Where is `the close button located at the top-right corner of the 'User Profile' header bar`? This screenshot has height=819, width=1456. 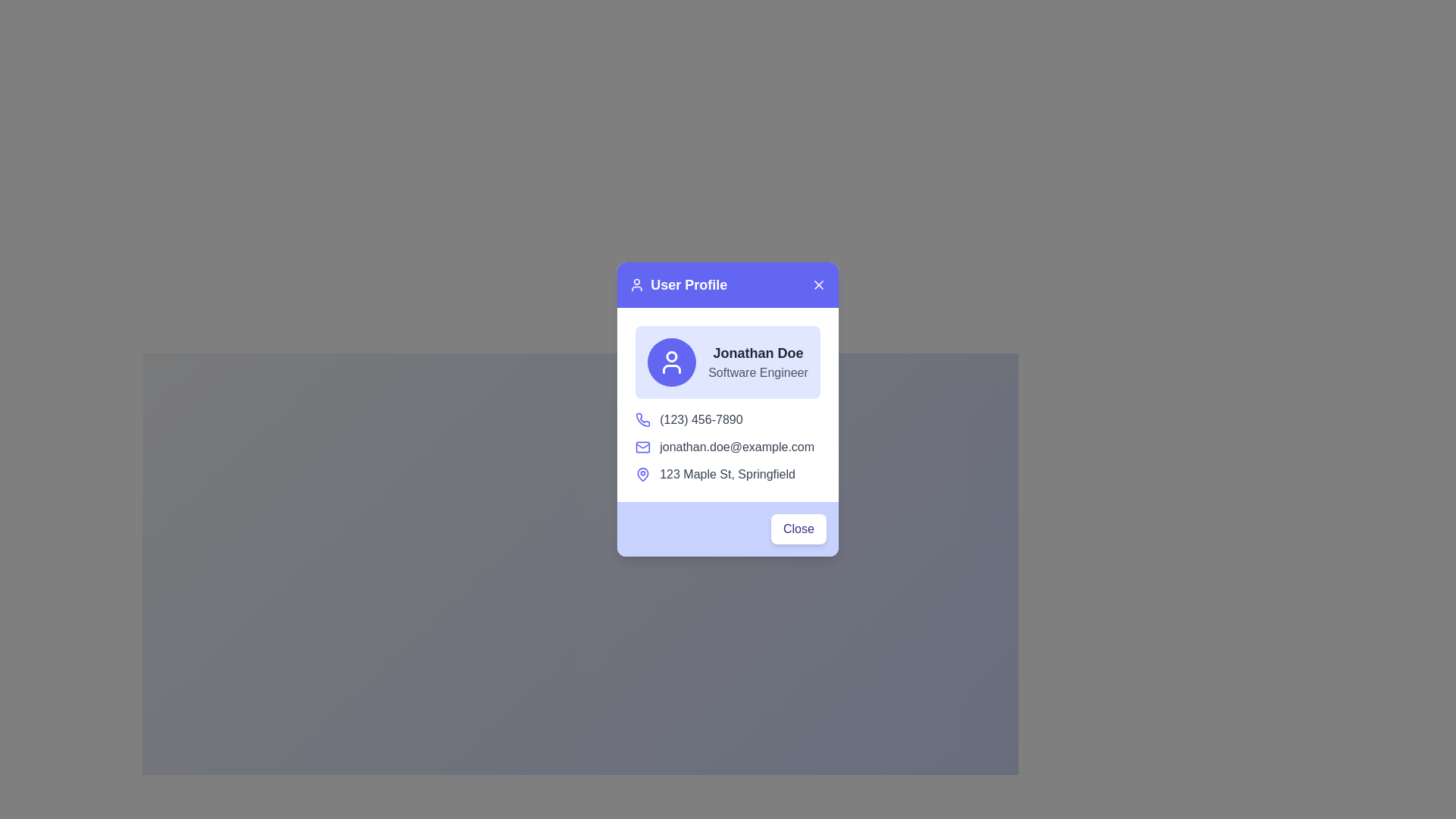
the close button located at the top-right corner of the 'User Profile' header bar is located at coordinates (817, 284).